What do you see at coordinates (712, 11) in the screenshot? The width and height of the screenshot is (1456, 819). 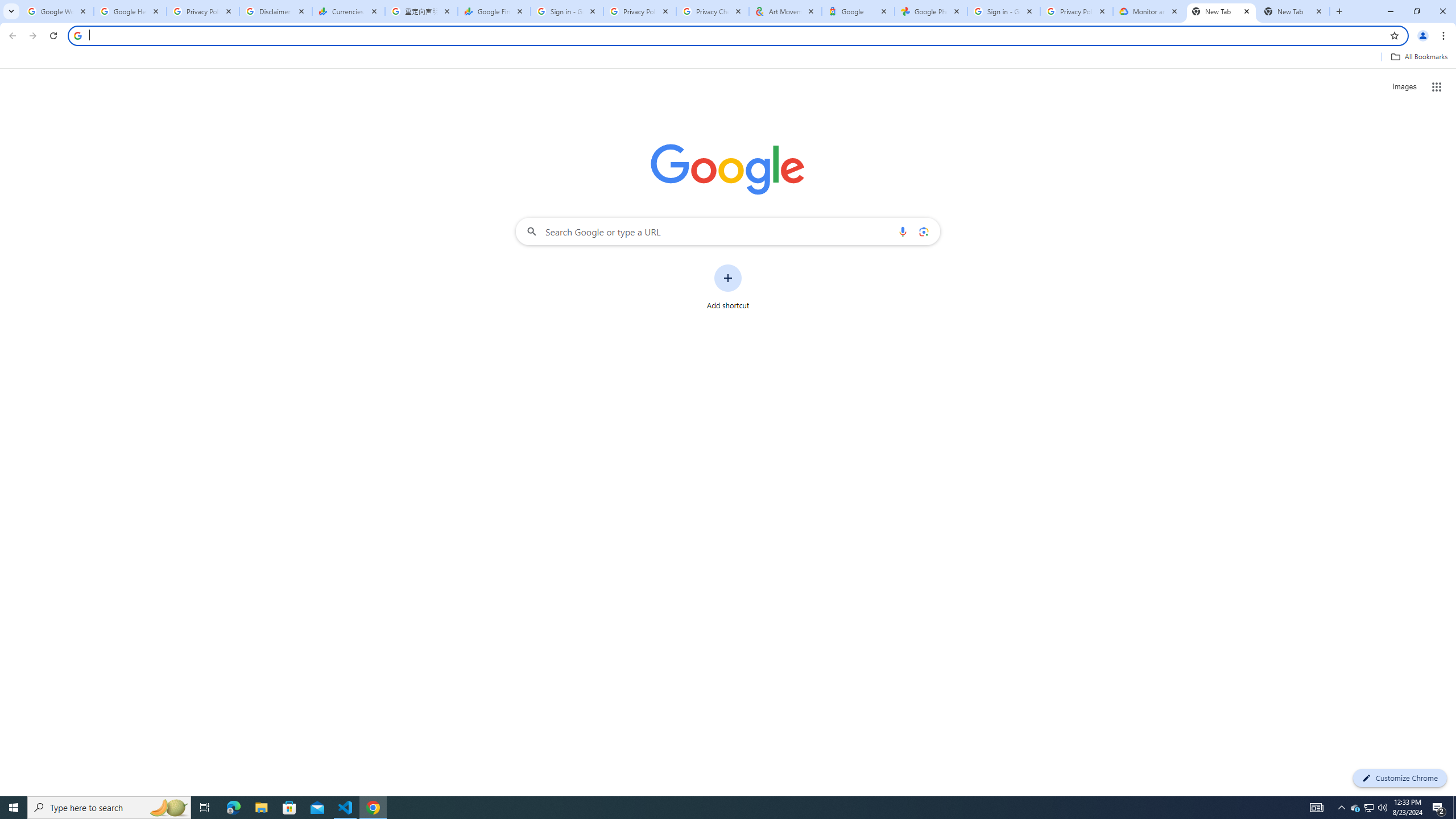 I see `'Privacy Checkup'` at bounding box center [712, 11].